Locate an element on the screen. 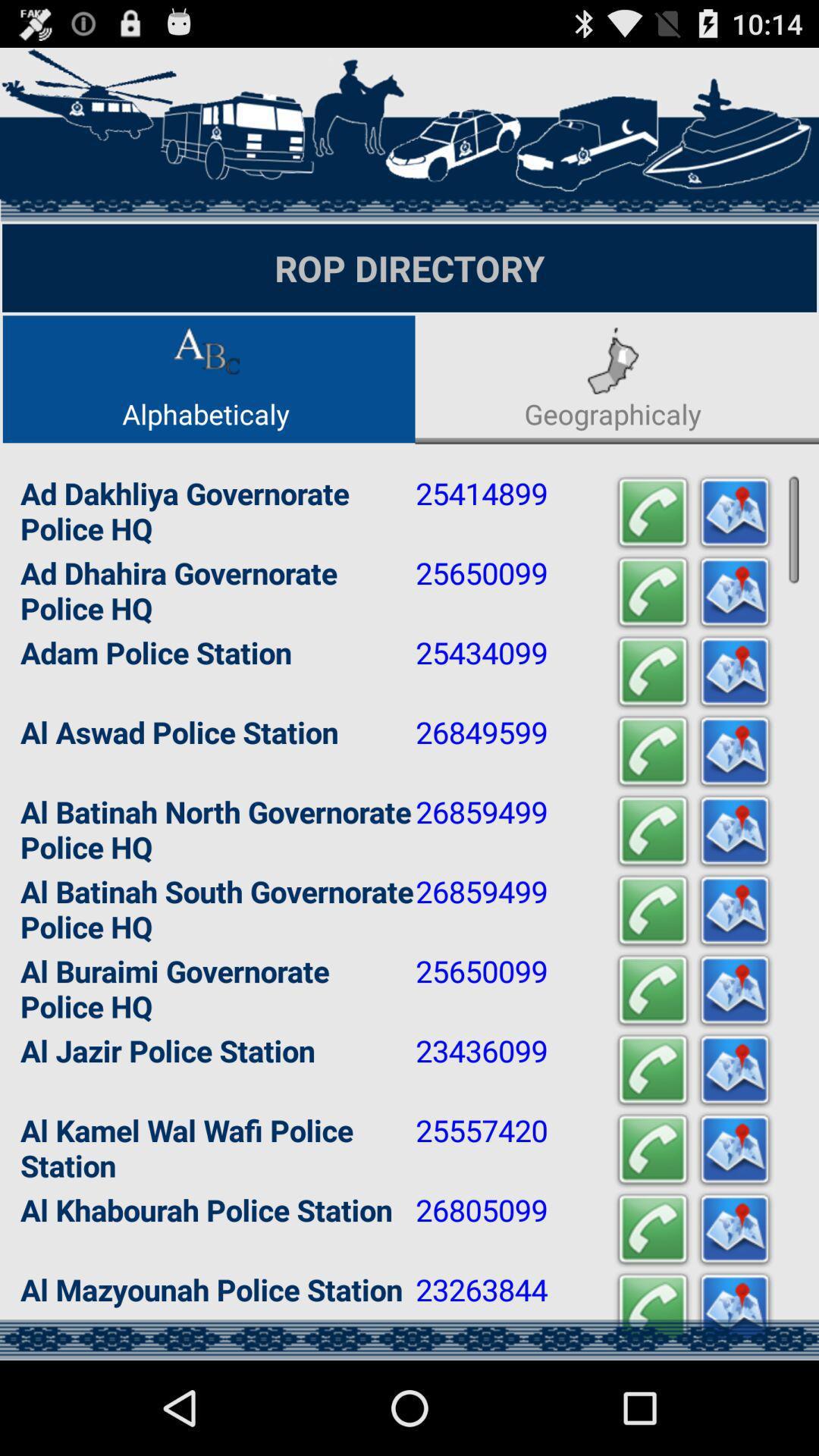 This screenshot has height=1456, width=819. icon to the right of 25434099 app is located at coordinates (651, 671).